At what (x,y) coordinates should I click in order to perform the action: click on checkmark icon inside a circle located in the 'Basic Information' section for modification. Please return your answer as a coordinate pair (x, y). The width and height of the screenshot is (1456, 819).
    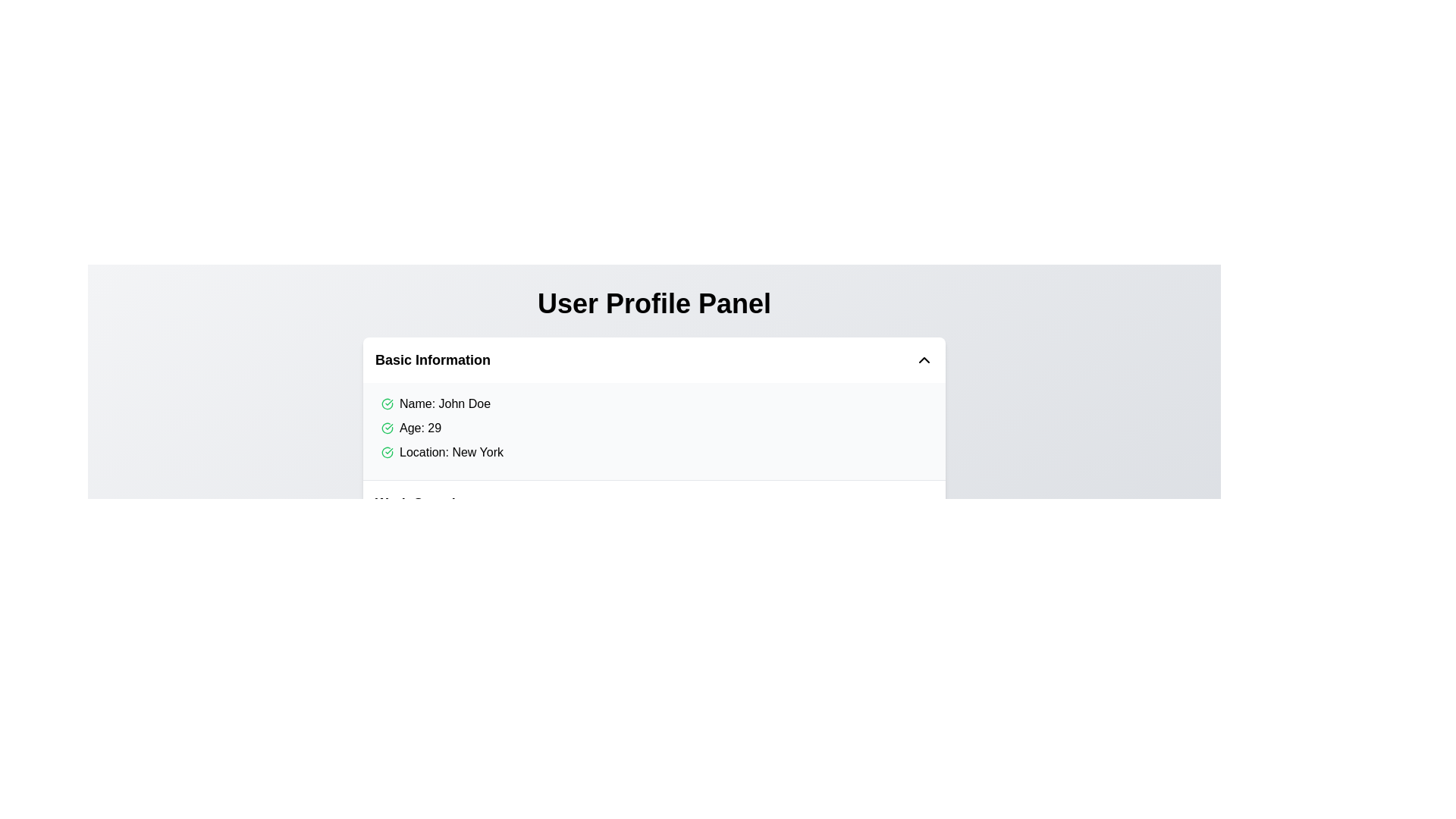
    Looking at the image, I should click on (387, 428).